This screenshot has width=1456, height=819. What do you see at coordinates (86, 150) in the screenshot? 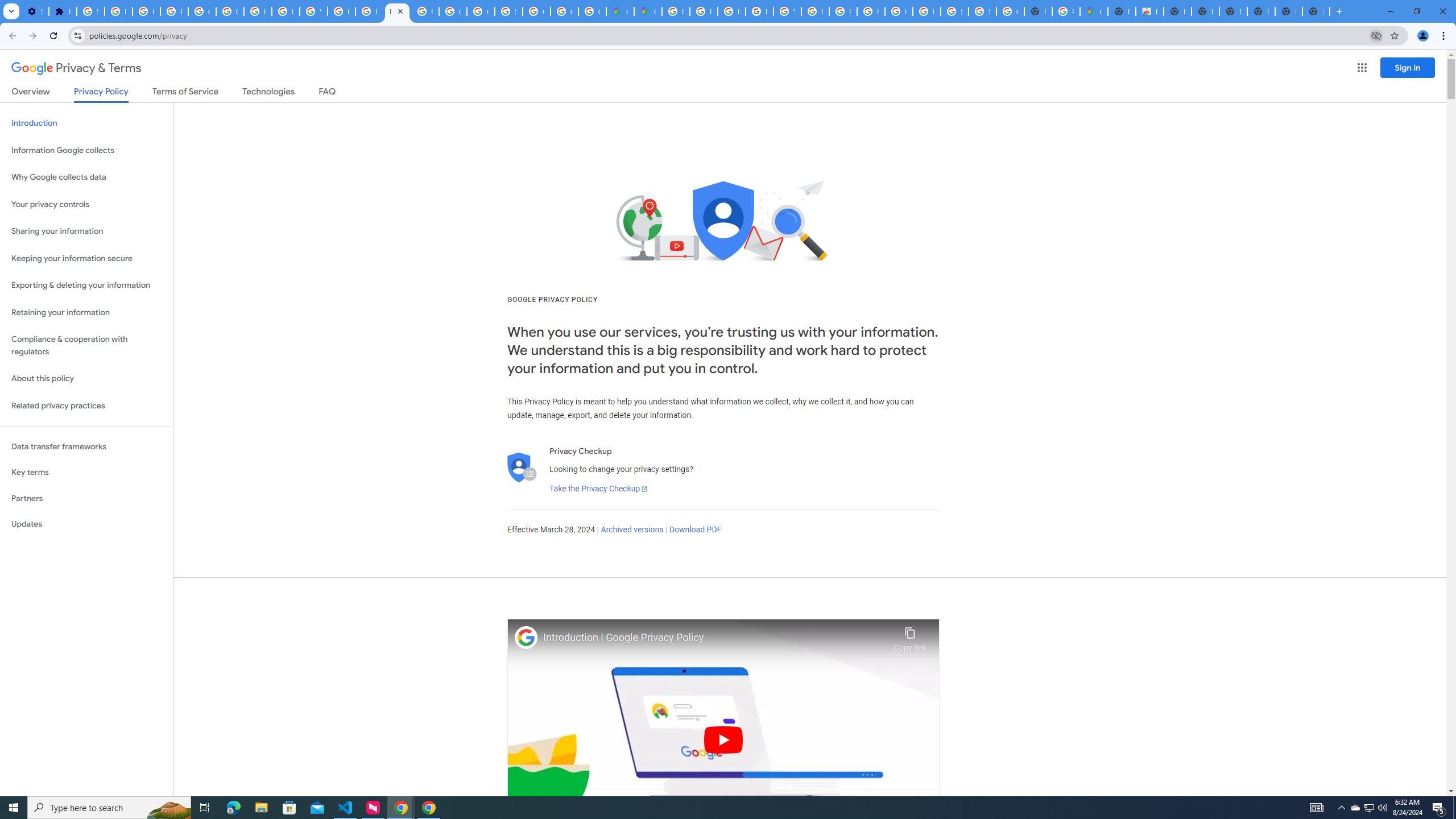
I see `'Information Google collects'` at bounding box center [86, 150].